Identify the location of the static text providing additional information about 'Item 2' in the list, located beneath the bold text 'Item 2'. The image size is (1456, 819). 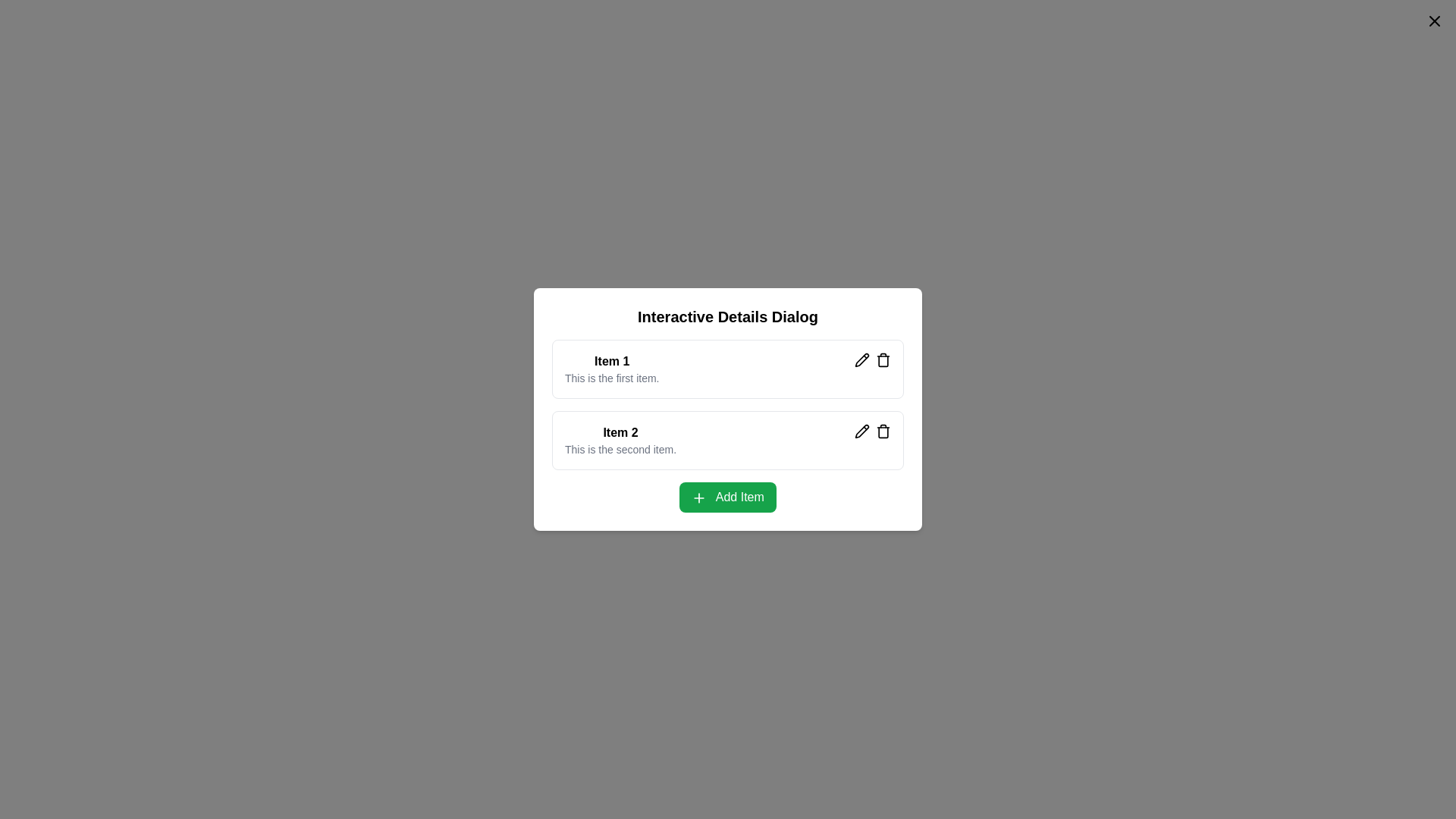
(620, 449).